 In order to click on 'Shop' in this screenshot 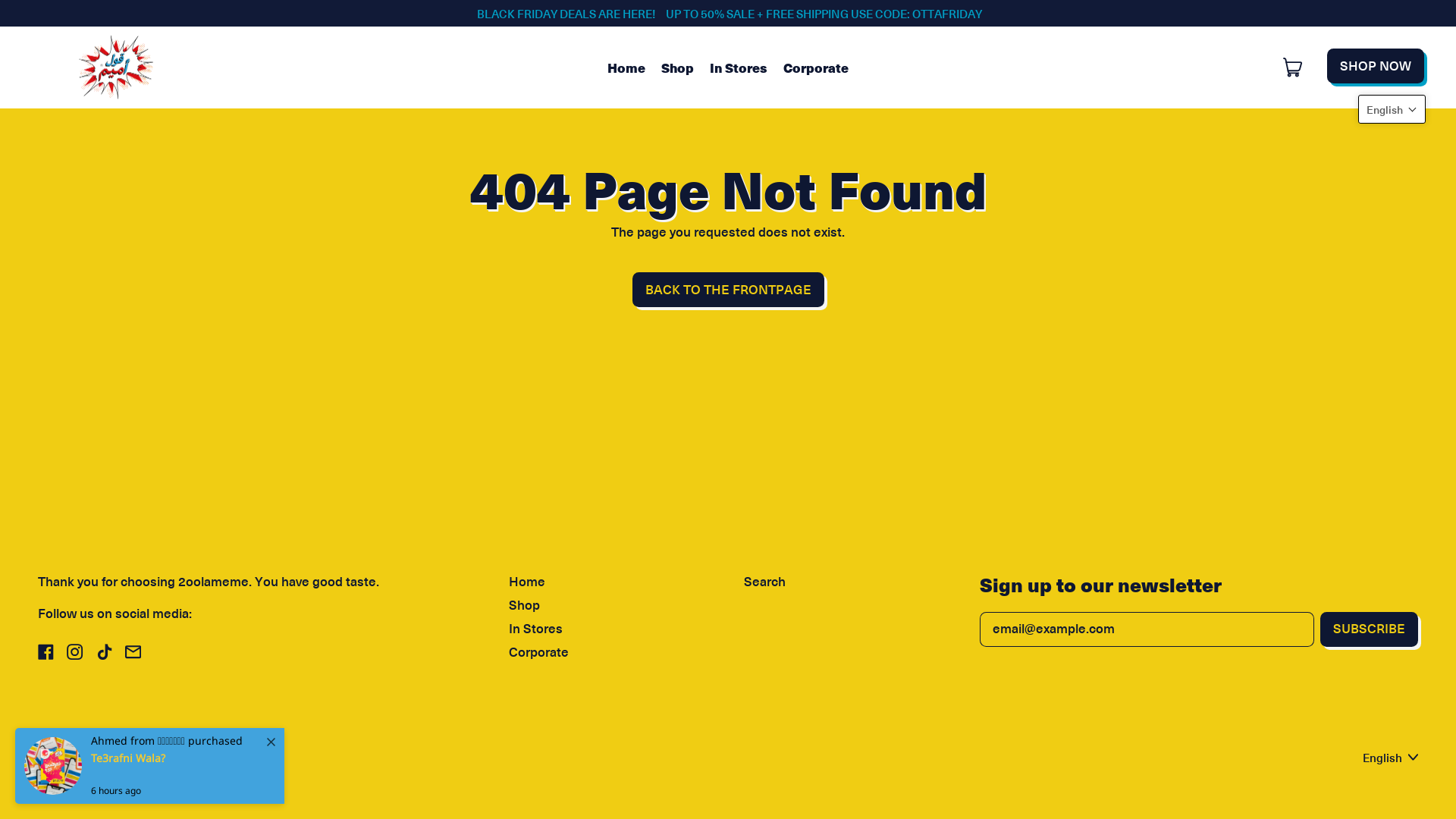, I will do `click(676, 66)`.